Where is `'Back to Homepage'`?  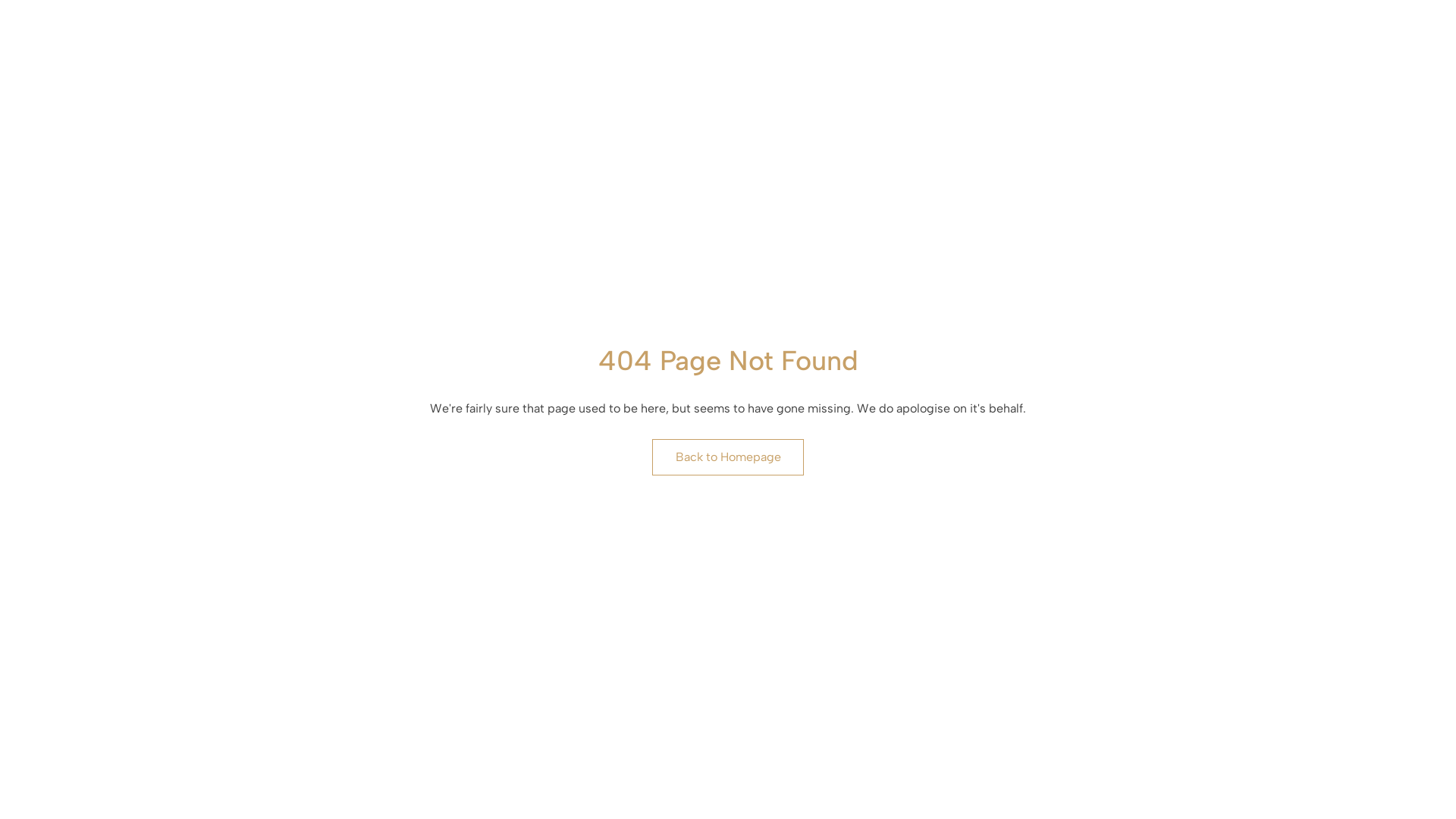 'Back to Homepage' is located at coordinates (728, 456).